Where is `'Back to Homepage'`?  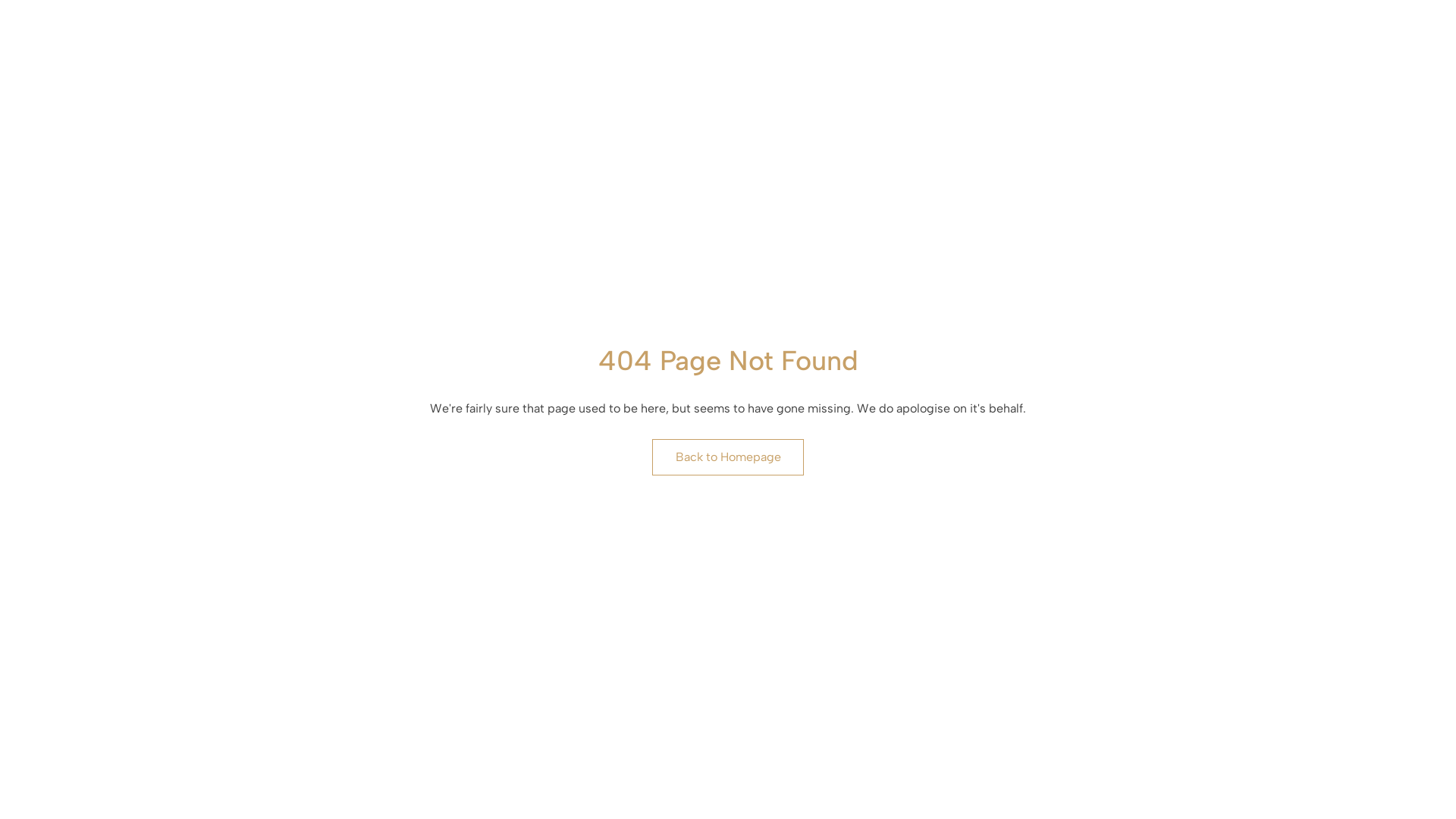 'Back to Homepage' is located at coordinates (728, 456).